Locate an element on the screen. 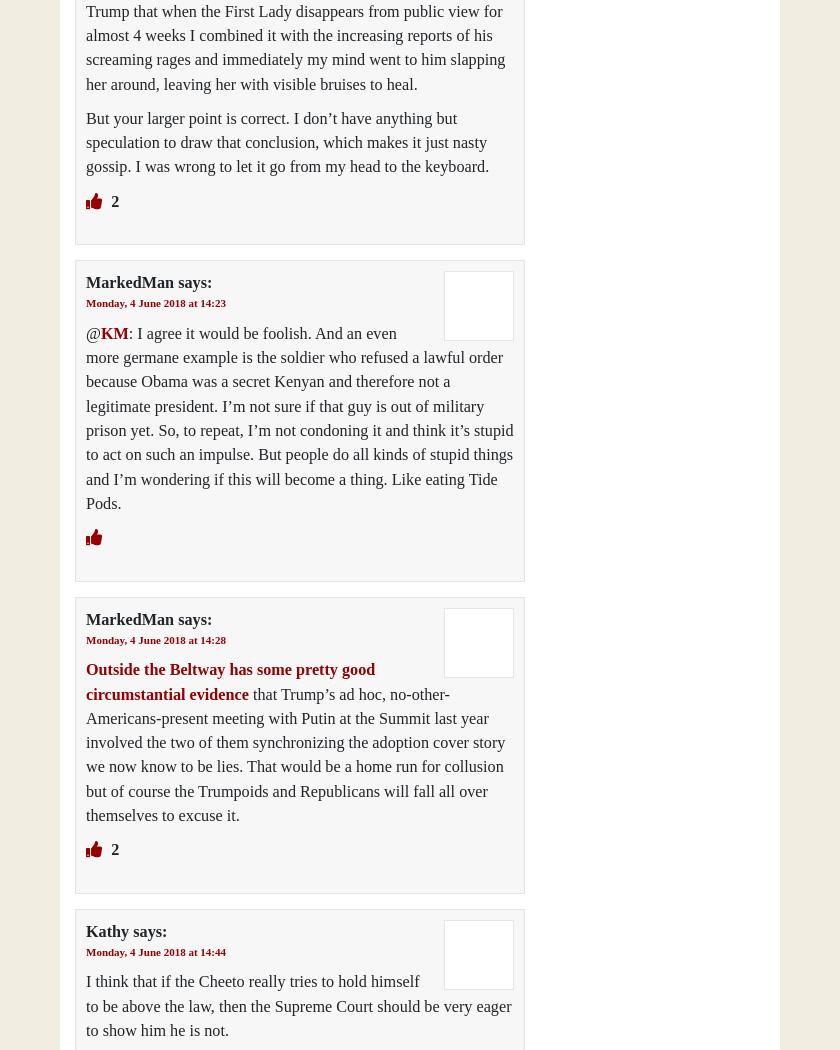  'I think that if the Cheeto really tries to hold himself to be above the law, then the Supreme Court should be very eager to show him he is not.' is located at coordinates (298, 1006).